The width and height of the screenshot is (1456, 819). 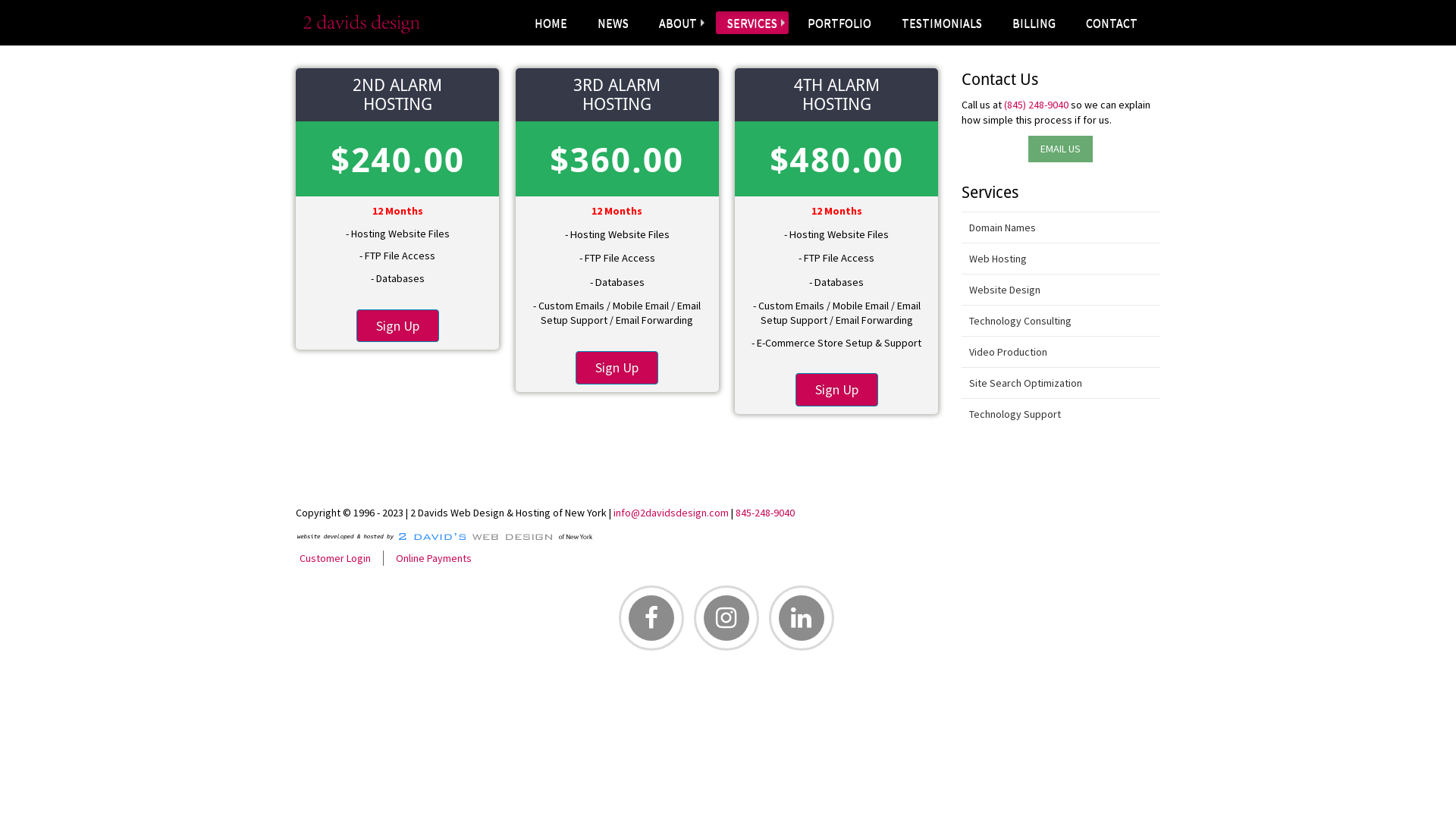 What do you see at coordinates (1035, 104) in the screenshot?
I see `'(845) 248-9040'` at bounding box center [1035, 104].